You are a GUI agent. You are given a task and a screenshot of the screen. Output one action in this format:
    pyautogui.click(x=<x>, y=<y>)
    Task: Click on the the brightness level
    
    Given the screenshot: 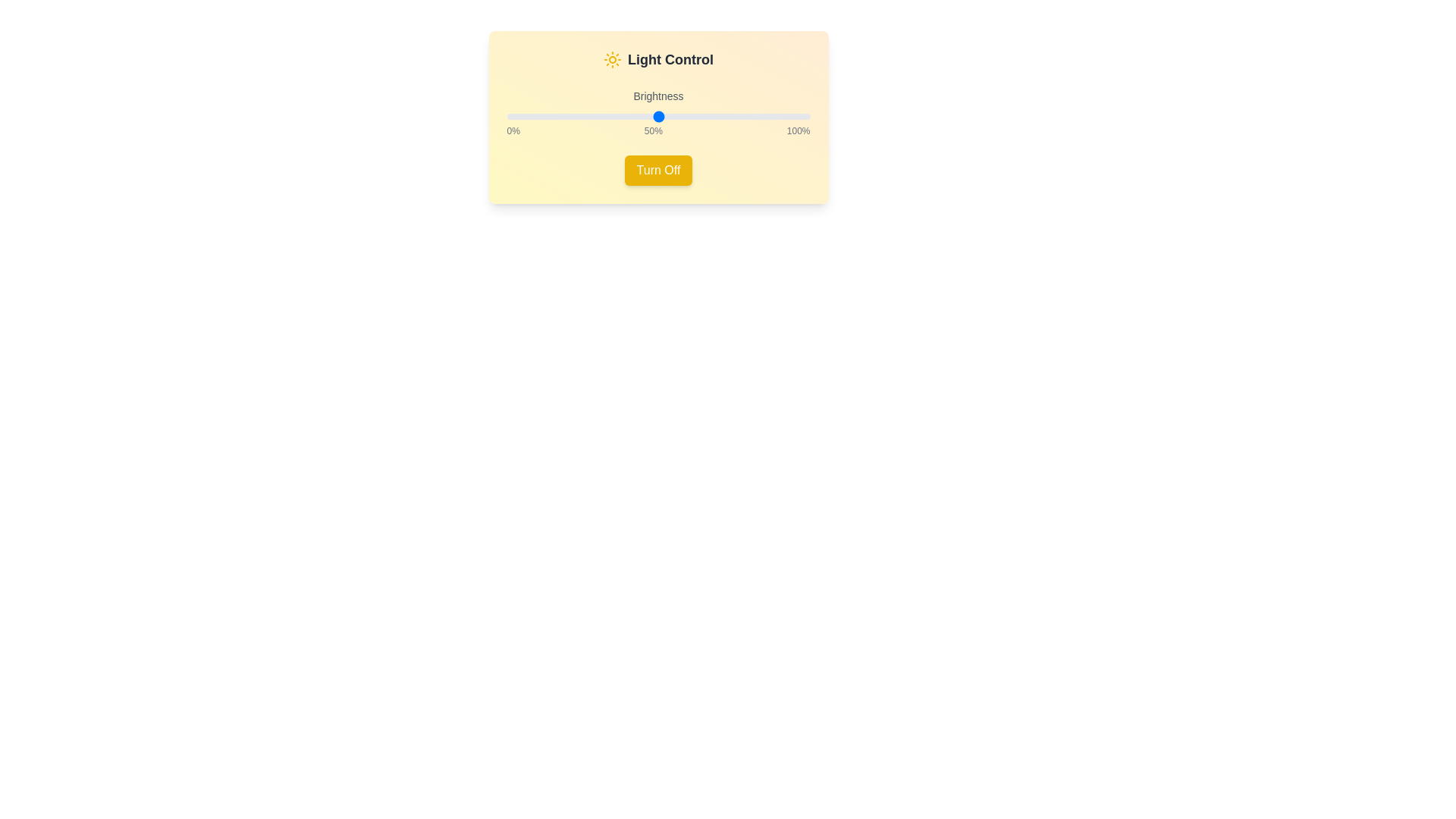 What is the action you would take?
    pyautogui.click(x=510, y=116)
    